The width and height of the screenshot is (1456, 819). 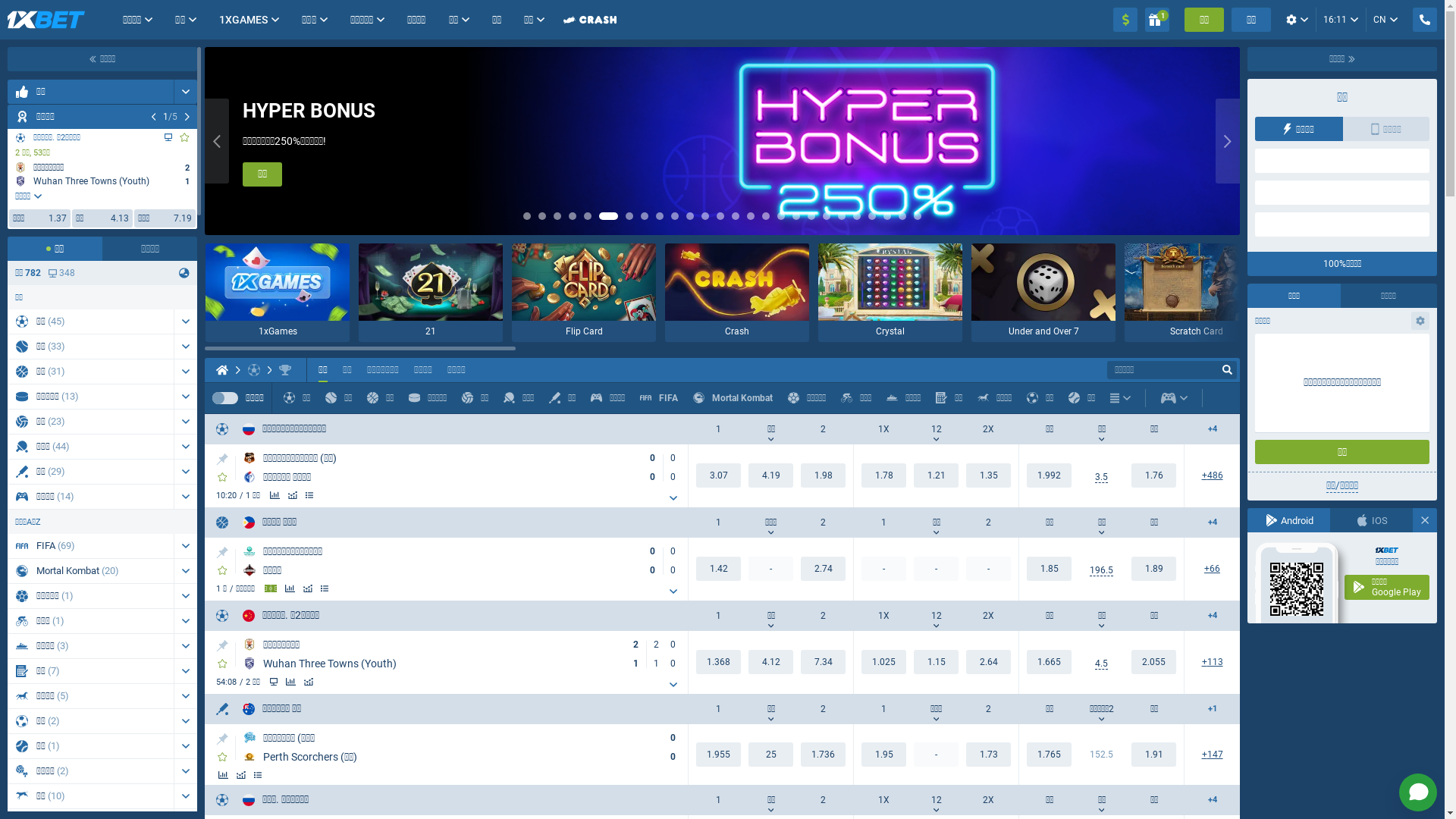 I want to click on '1.95', so click(x=883, y=755).